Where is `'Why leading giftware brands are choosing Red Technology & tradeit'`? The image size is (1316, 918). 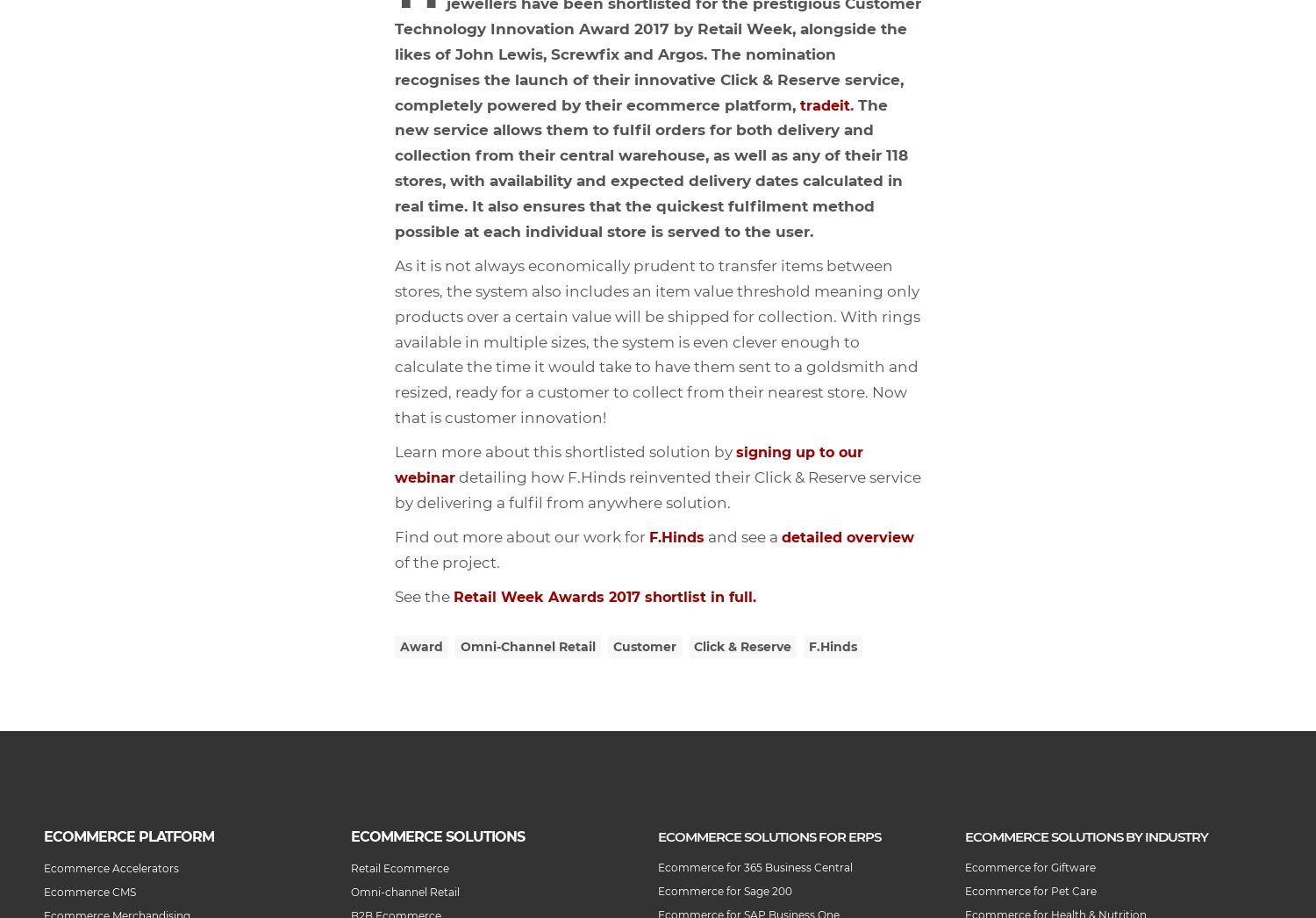
'Why leading giftware brands are choosing Red Technology & tradeit' is located at coordinates (0, 204).